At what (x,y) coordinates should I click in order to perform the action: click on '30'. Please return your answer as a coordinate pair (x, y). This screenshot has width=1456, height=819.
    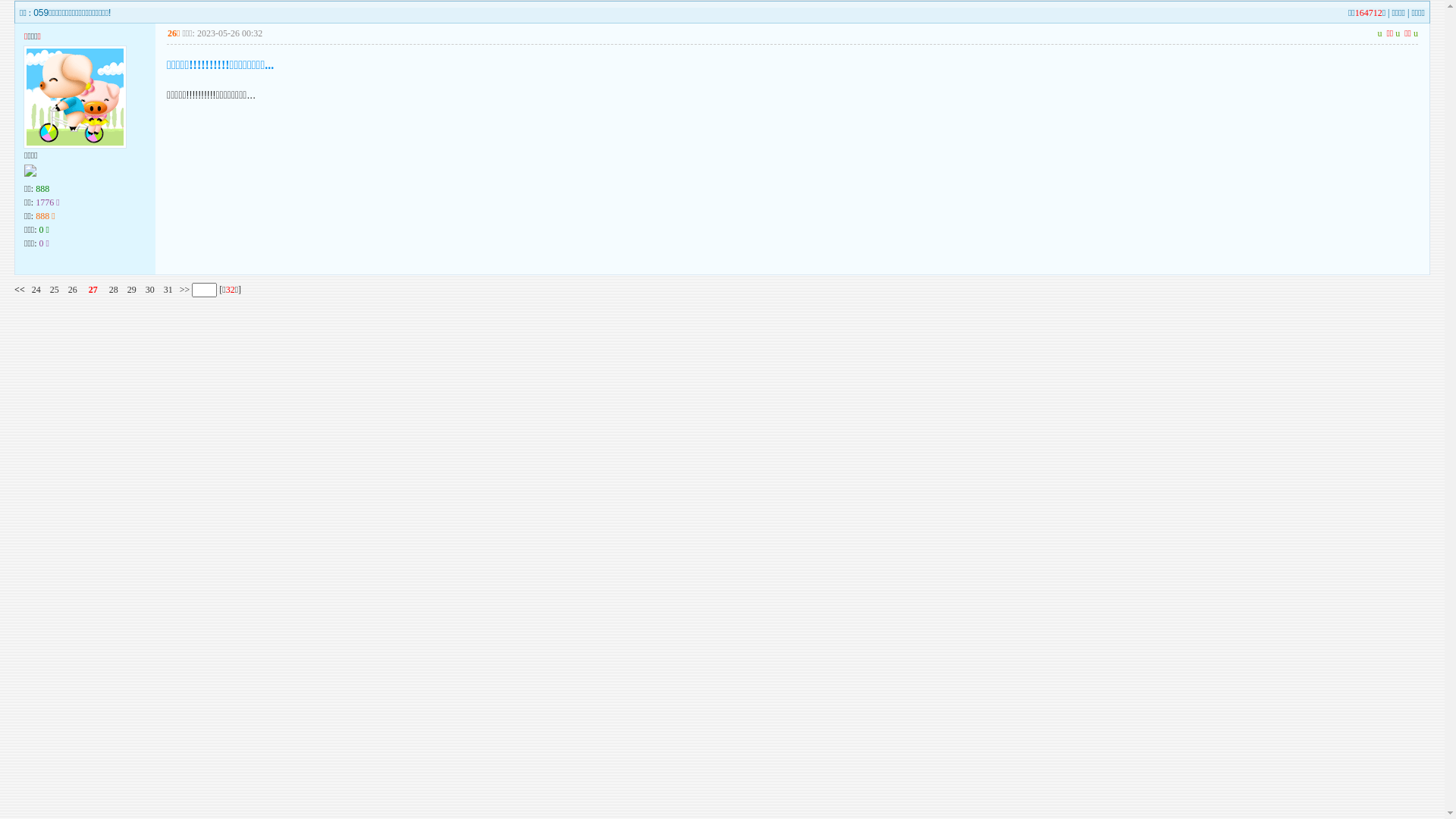
    Looking at the image, I should click on (149, 289).